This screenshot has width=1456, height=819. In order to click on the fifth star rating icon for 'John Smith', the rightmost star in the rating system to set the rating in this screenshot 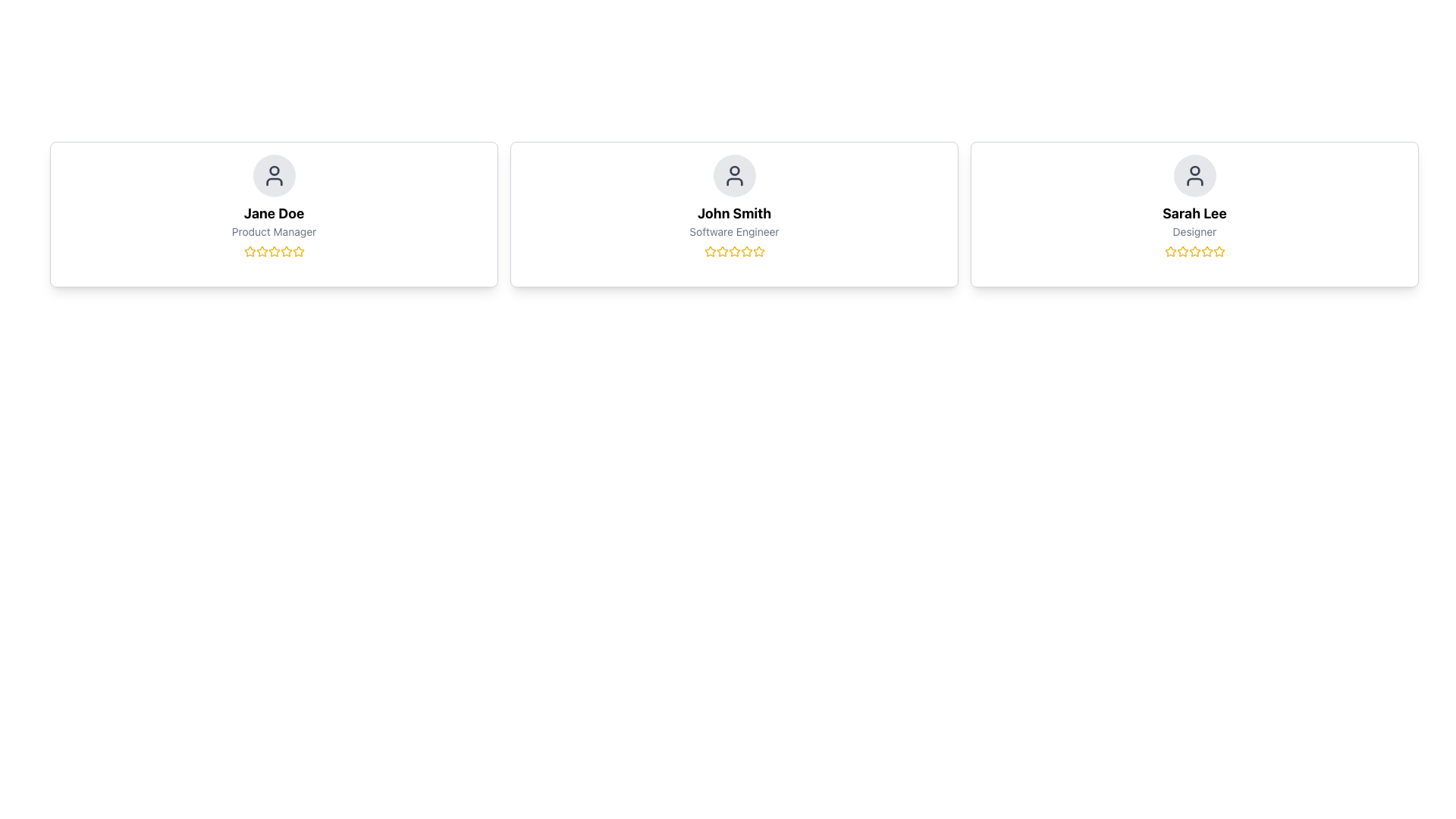, I will do `click(758, 250)`.